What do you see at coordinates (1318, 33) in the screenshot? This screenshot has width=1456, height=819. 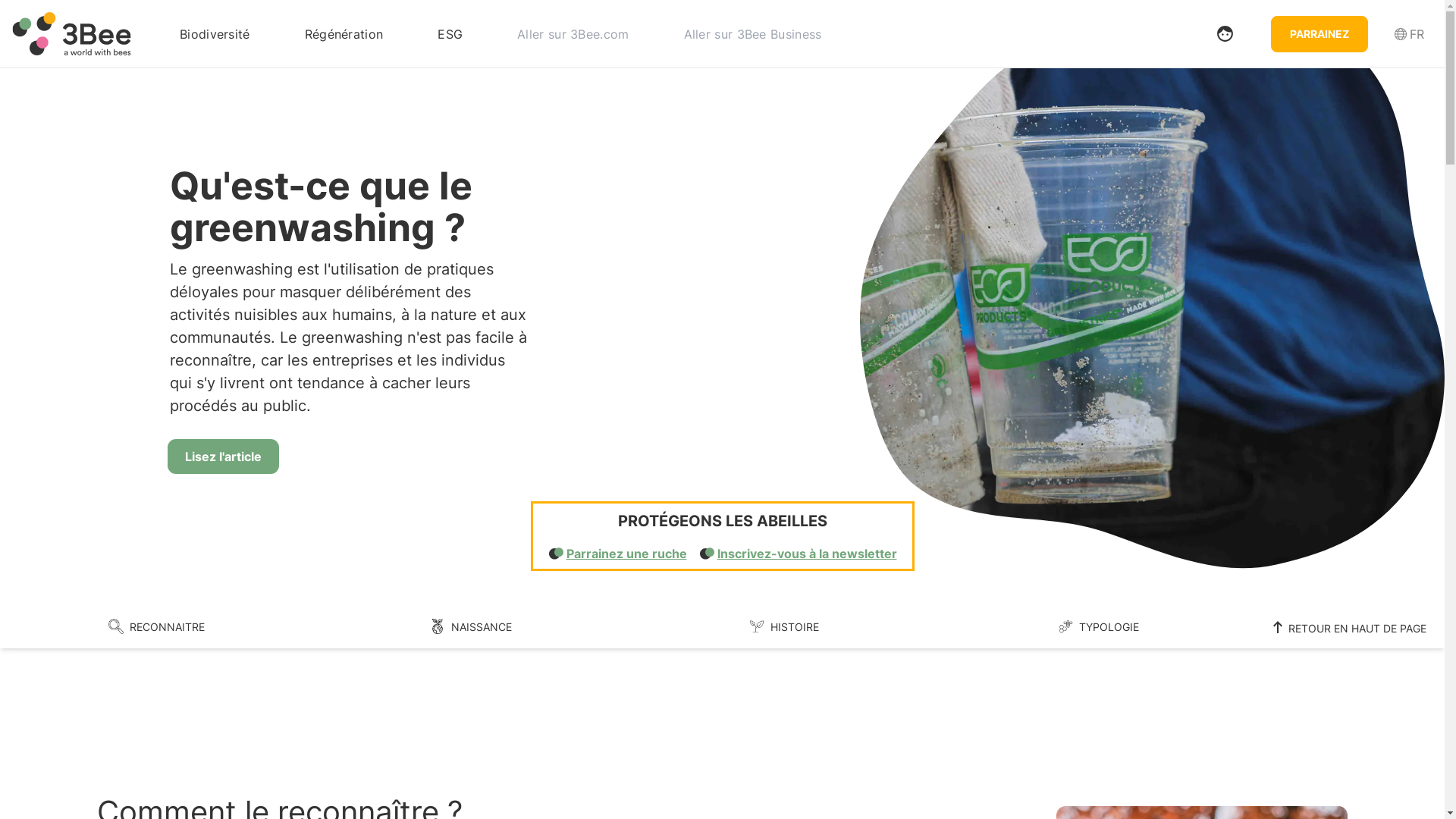 I see `'PARRAINEZ'` at bounding box center [1318, 33].